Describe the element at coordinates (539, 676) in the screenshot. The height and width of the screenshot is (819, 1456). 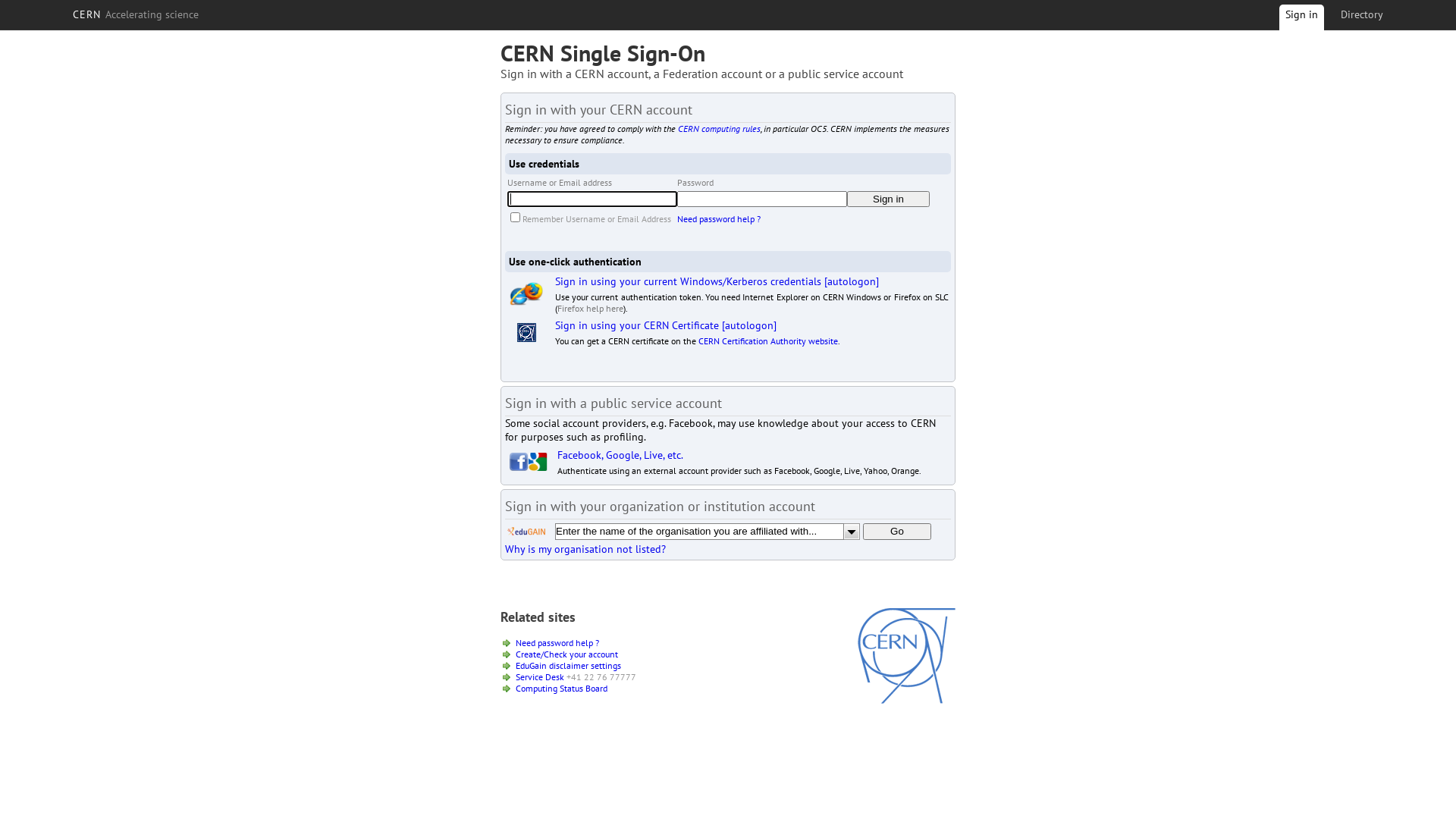
I see `'Service Desk'` at that location.